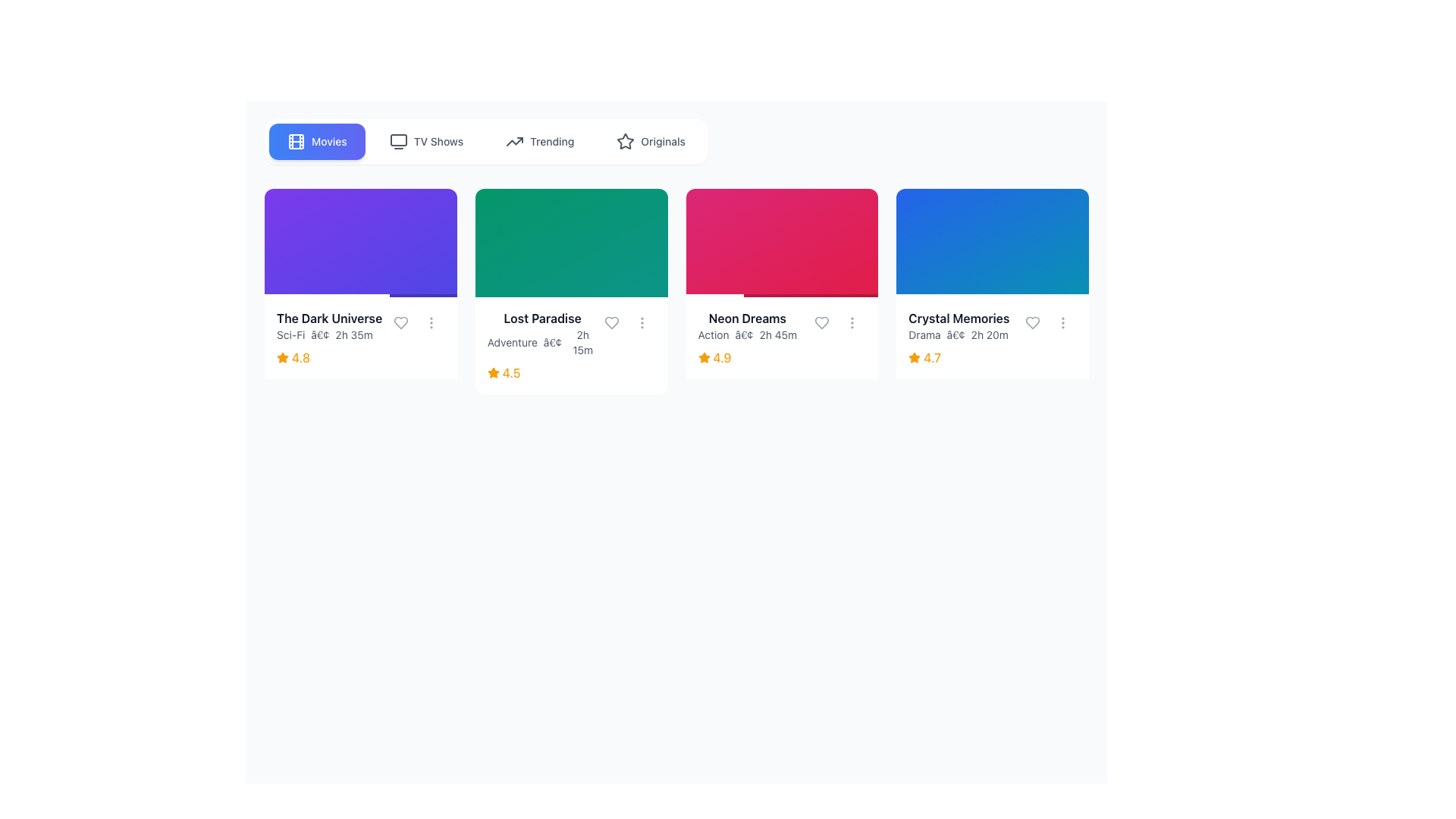  I want to click on the star rating icon, which is a bold orange star indicating a rating of '4.7' for the item 'Crystal Memories', located in the fourth slot of a horizontal layout, so click(914, 357).